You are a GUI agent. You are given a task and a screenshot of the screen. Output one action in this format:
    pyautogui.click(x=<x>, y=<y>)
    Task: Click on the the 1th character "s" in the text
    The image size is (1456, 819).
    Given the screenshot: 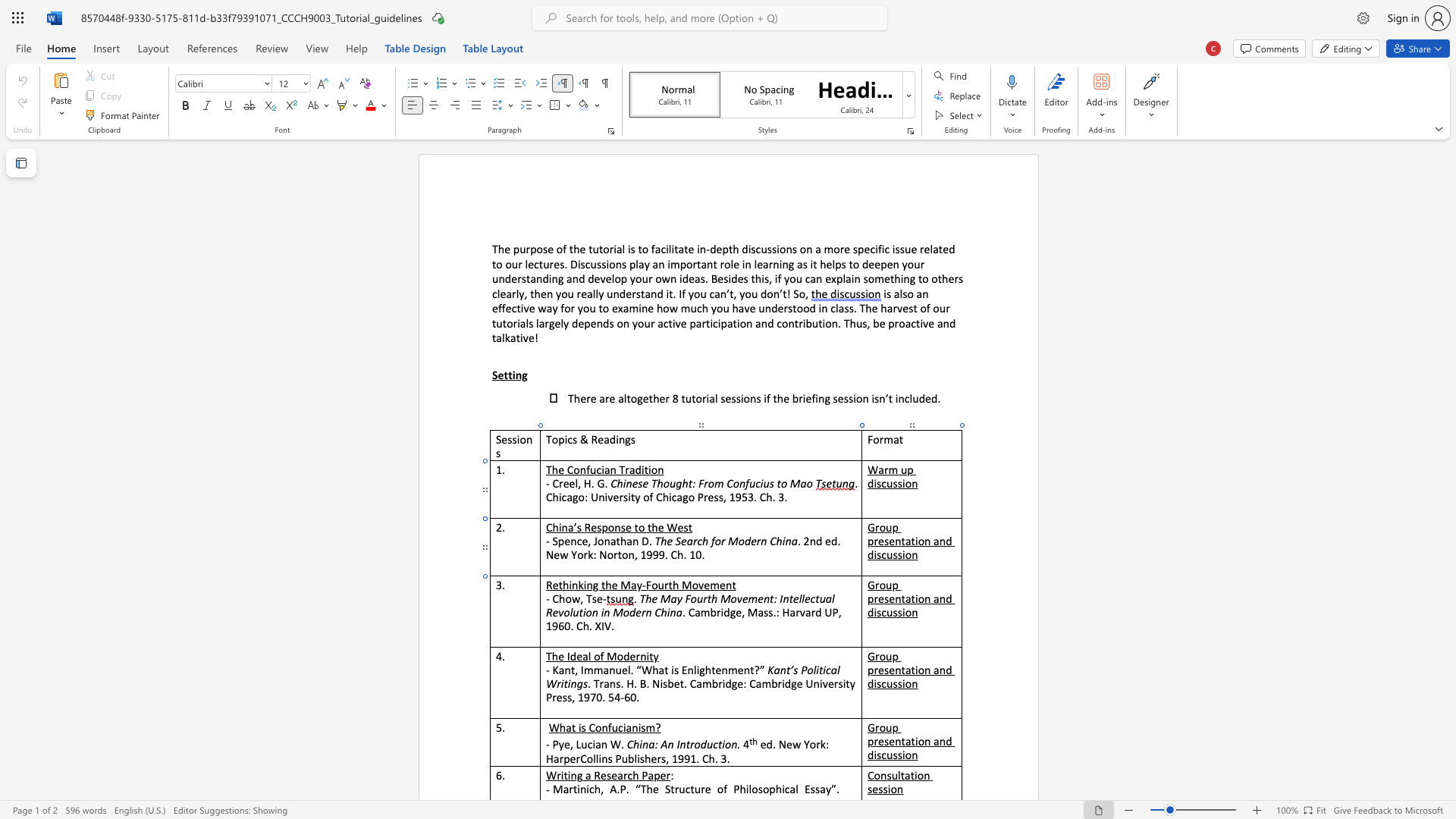 What is the action you would take?
    pyautogui.click(x=886, y=540)
    